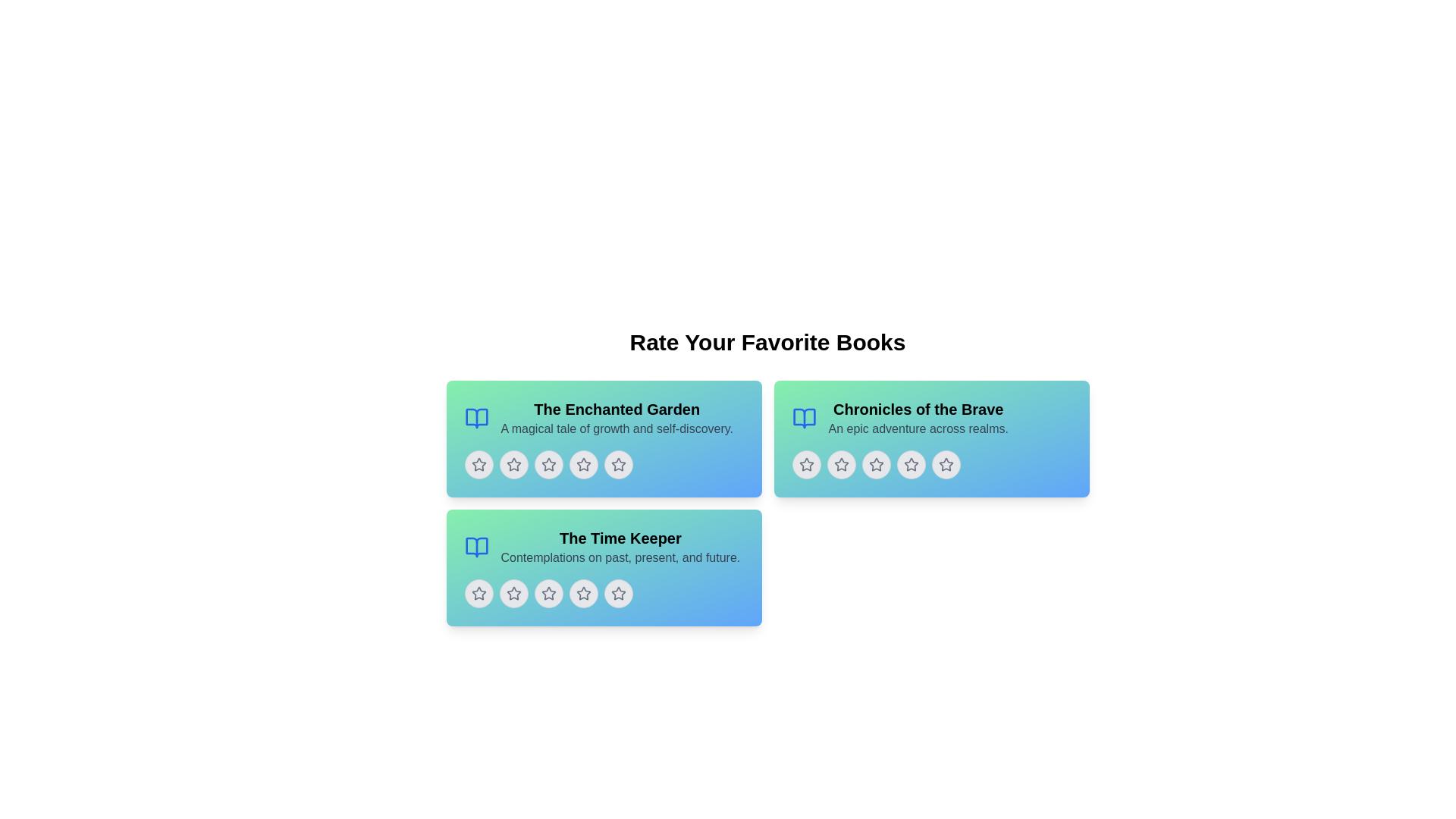 The height and width of the screenshot is (819, 1456). Describe the element at coordinates (876, 464) in the screenshot. I see `the third star button` at that location.